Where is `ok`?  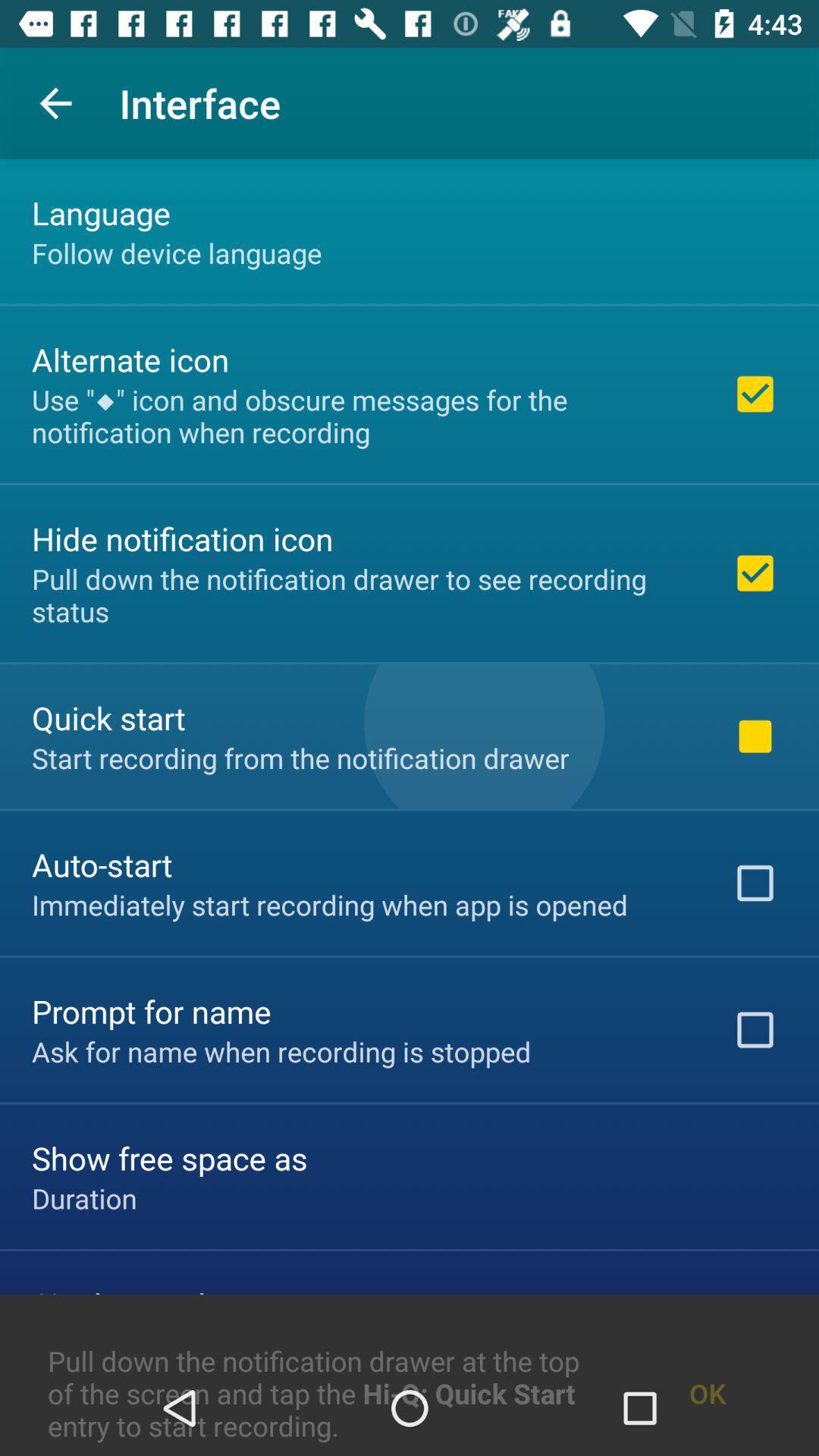 ok is located at coordinates (708, 1357).